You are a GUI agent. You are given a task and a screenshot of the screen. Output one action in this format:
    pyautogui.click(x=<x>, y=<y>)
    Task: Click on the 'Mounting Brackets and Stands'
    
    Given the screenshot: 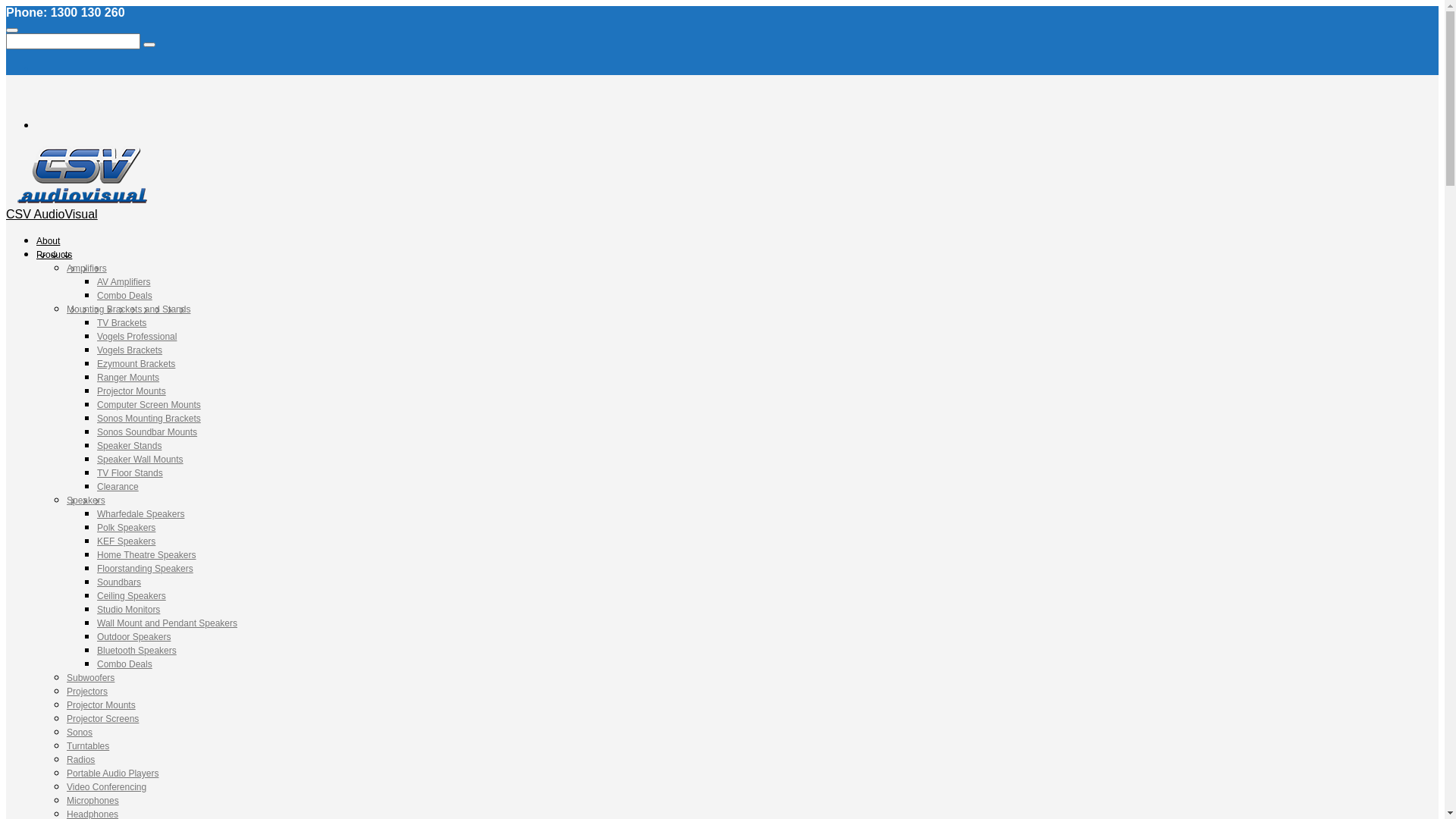 What is the action you would take?
    pyautogui.click(x=128, y=309)
    